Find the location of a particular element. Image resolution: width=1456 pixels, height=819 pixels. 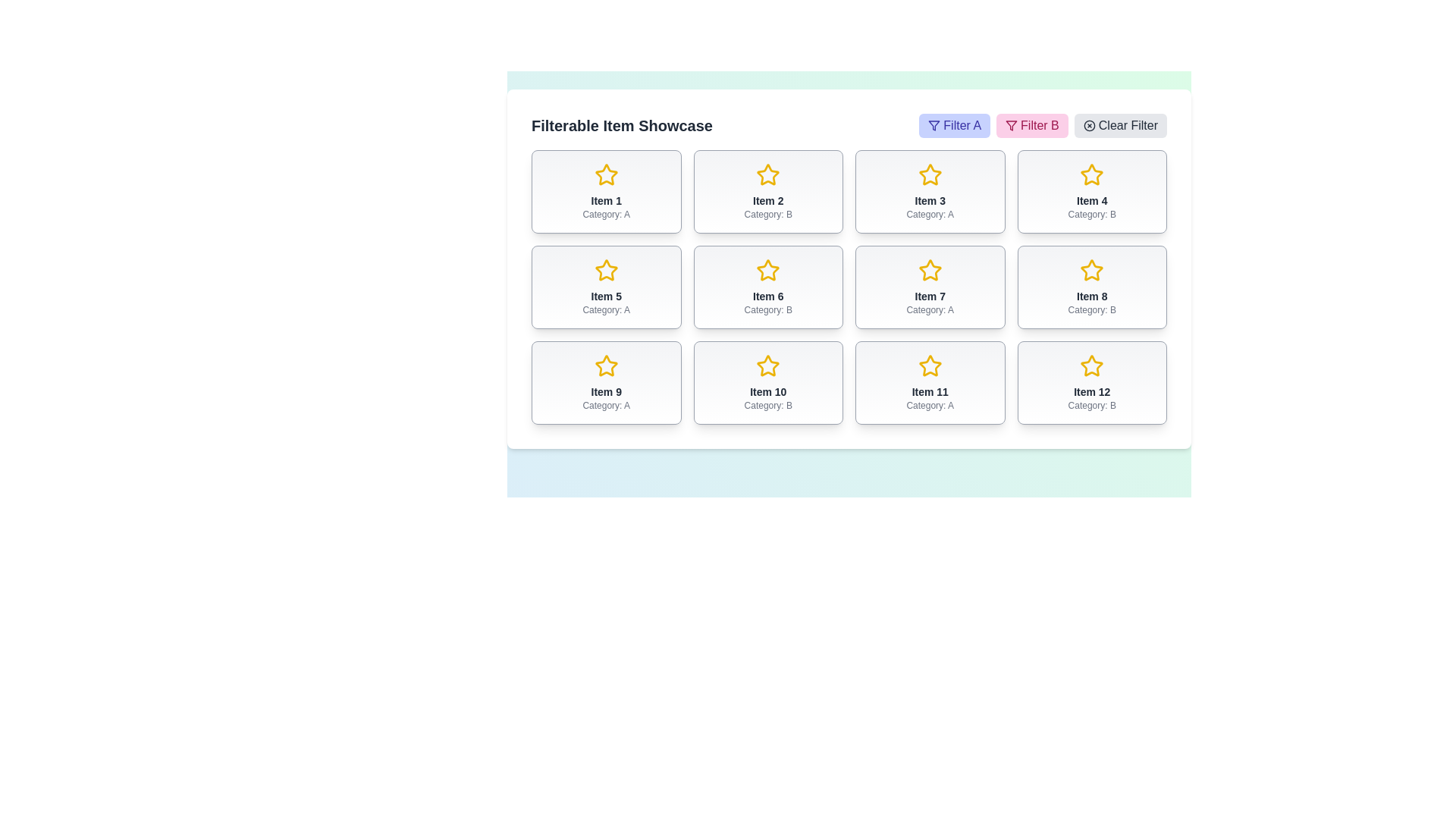

the filter toggle button for category 'B' is located at coordinates (1031, 124).